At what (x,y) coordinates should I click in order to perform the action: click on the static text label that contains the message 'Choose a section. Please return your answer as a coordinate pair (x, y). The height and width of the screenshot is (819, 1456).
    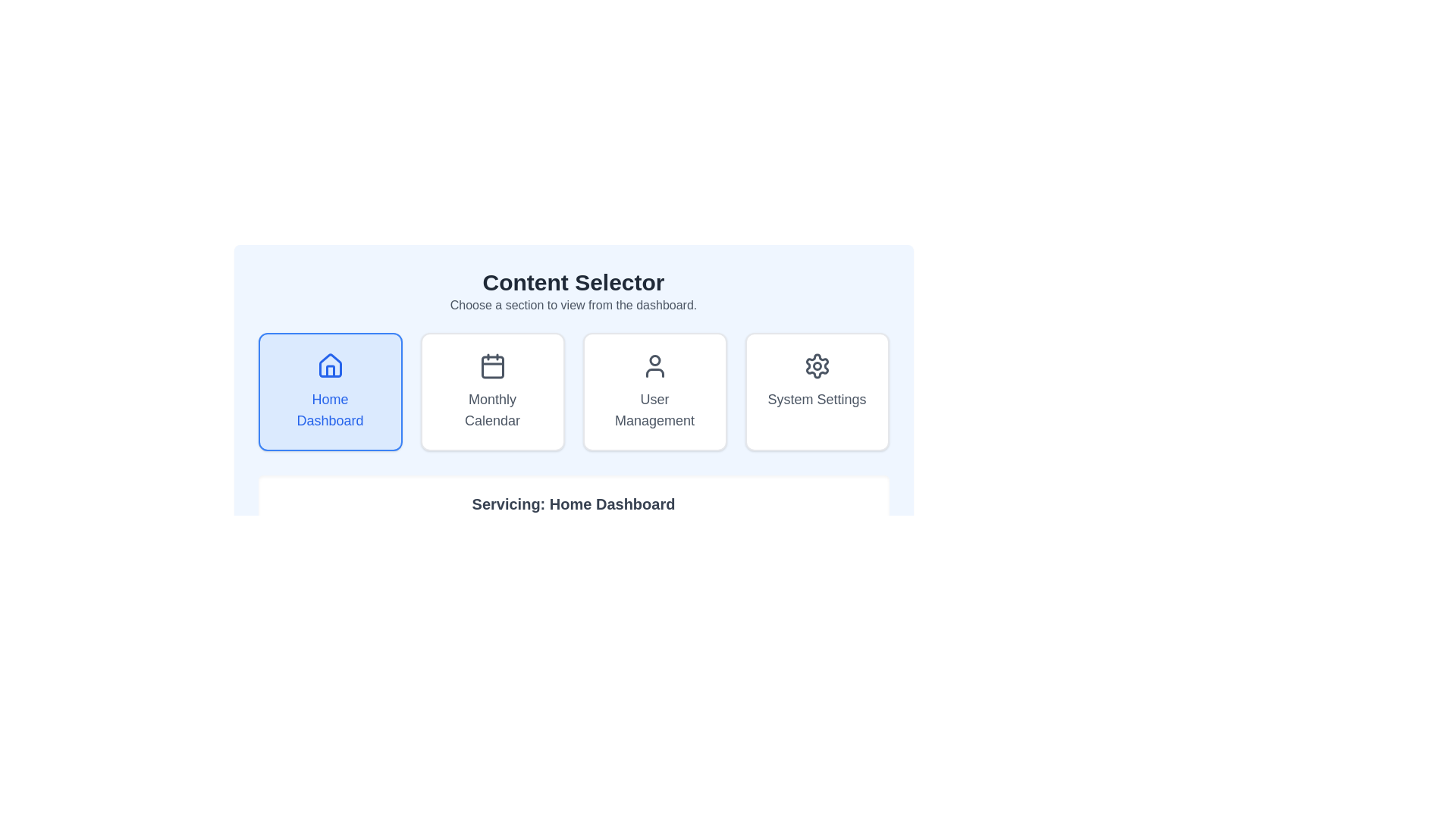
    Looking at the image, I should click on (573, 305).